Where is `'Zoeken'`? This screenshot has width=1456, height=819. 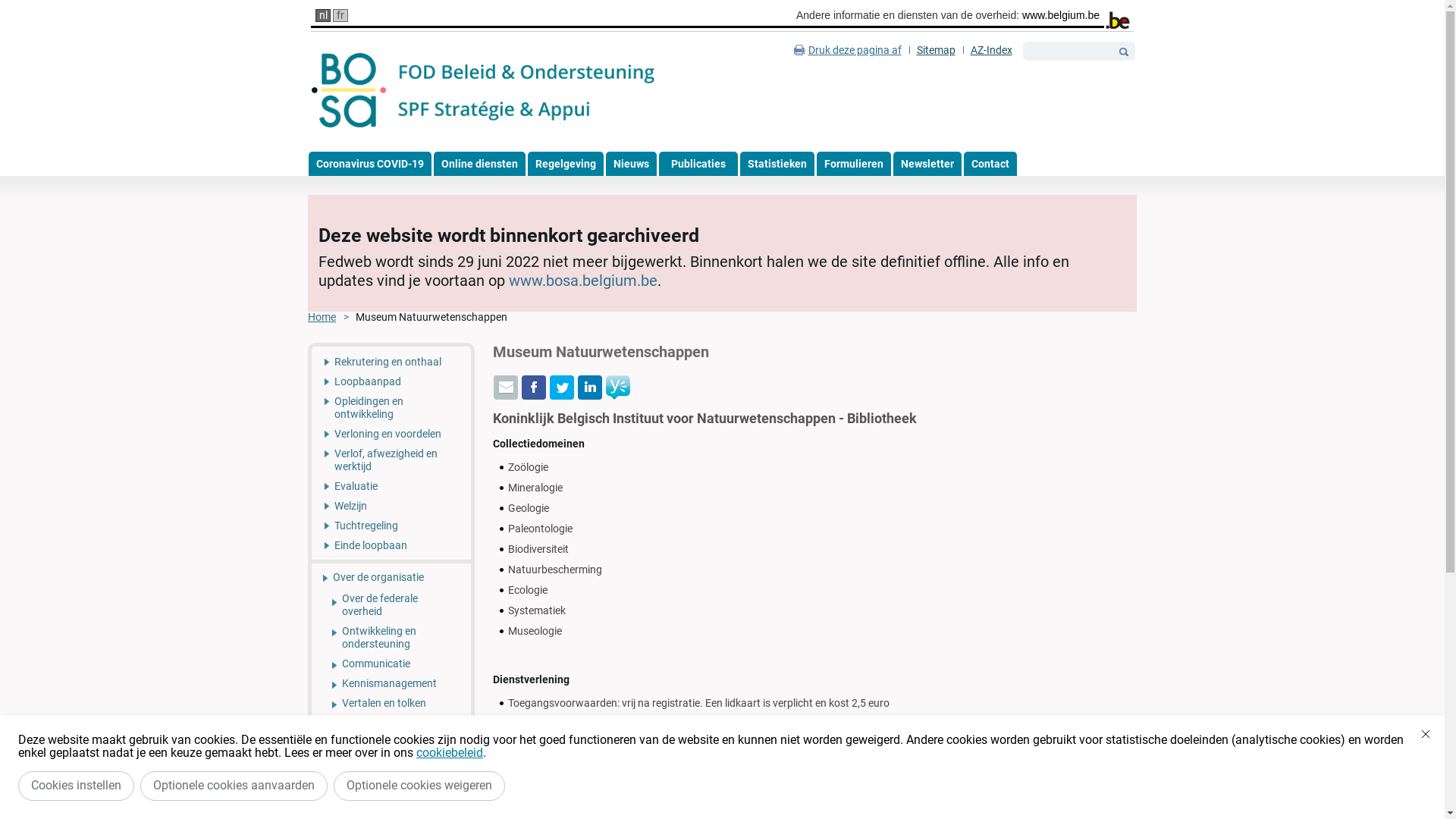
'Zoeken' is located at coordinates (1124, 50).